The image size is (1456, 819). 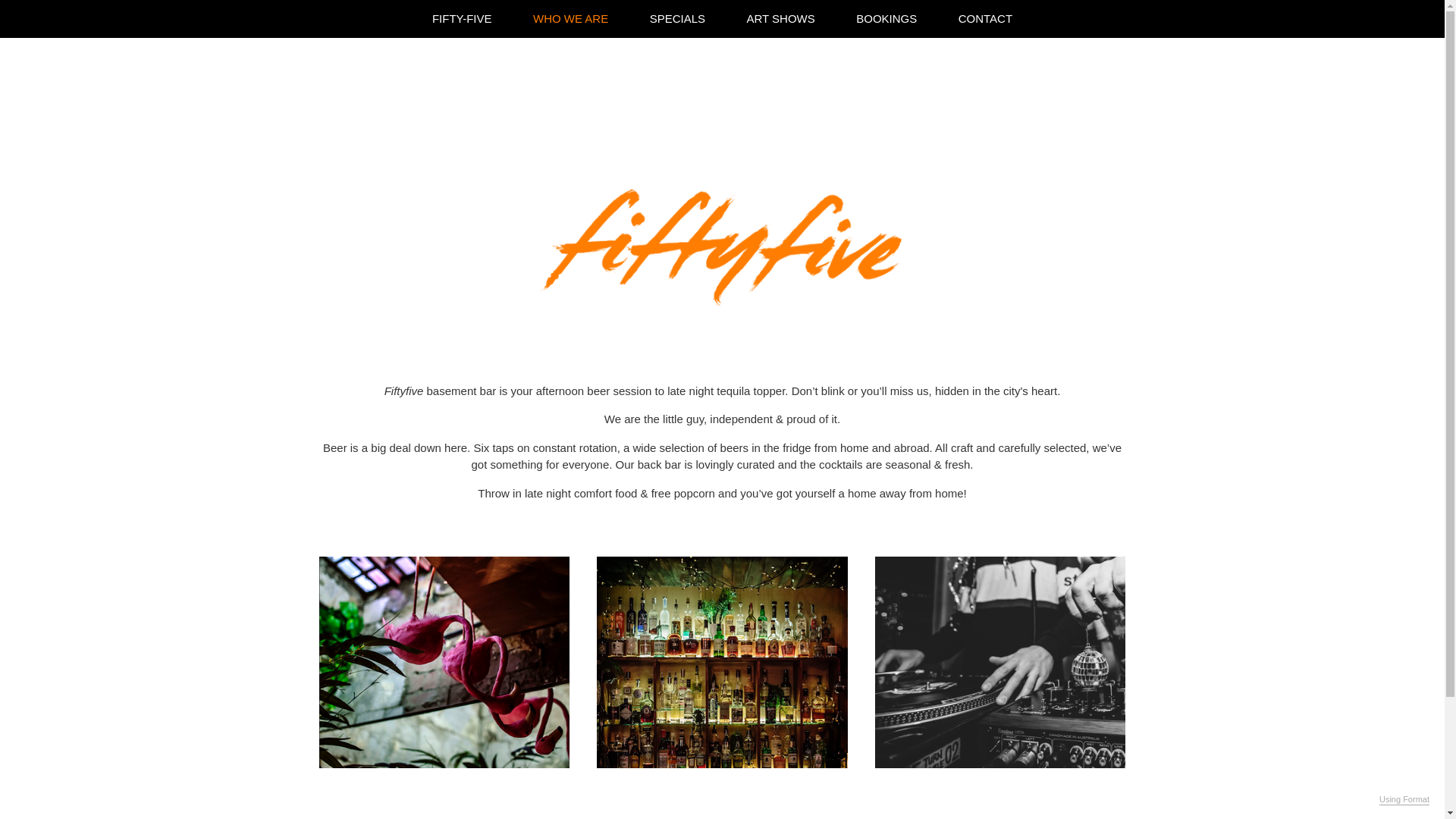 What do you see at coordinates (676, 18) in the screenshot?
I see `'SPECIALS'` at bounding box center [676, 18].